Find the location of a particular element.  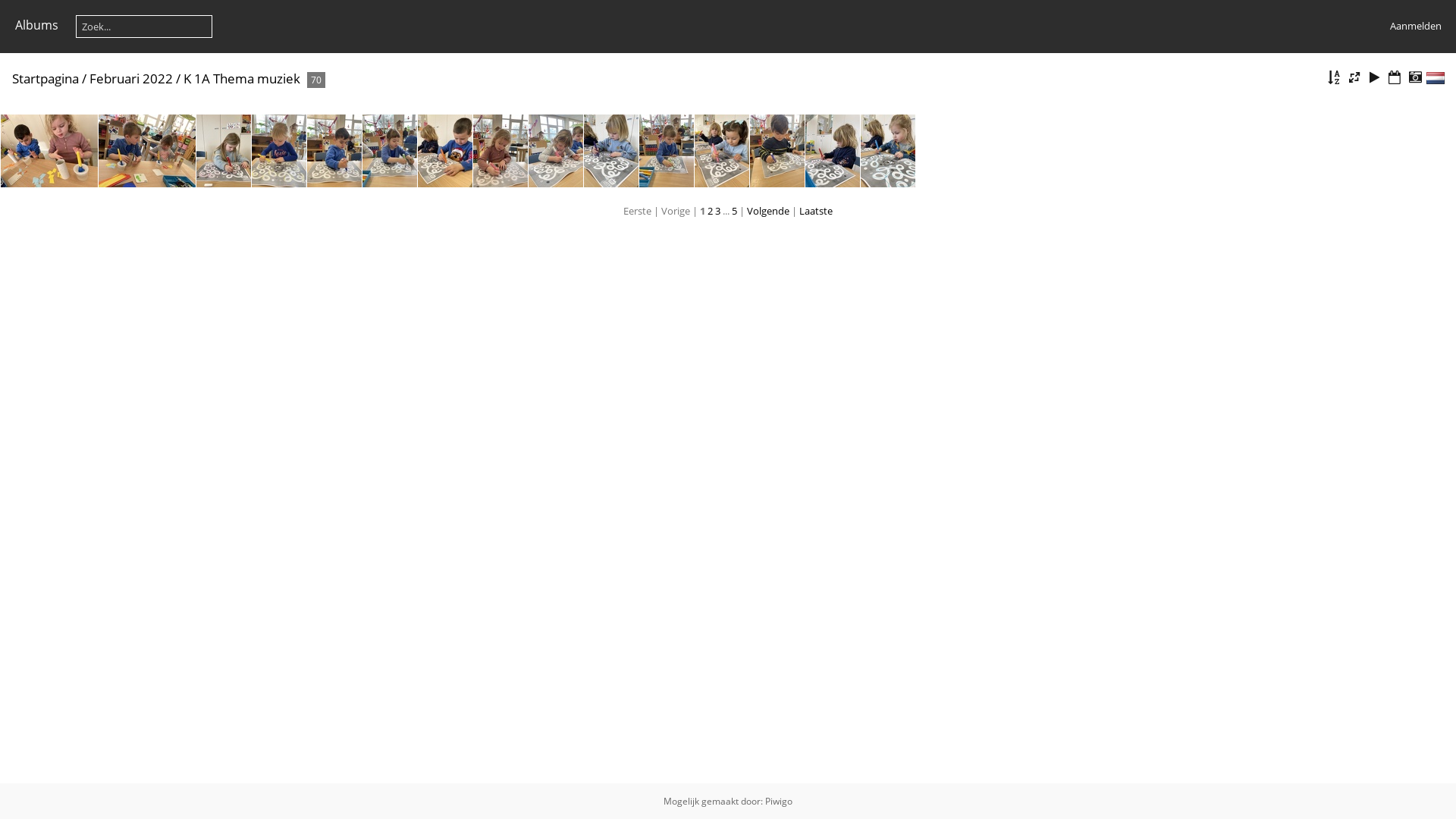

'dia-voorstelling' is located at coordinates (1375, 77).